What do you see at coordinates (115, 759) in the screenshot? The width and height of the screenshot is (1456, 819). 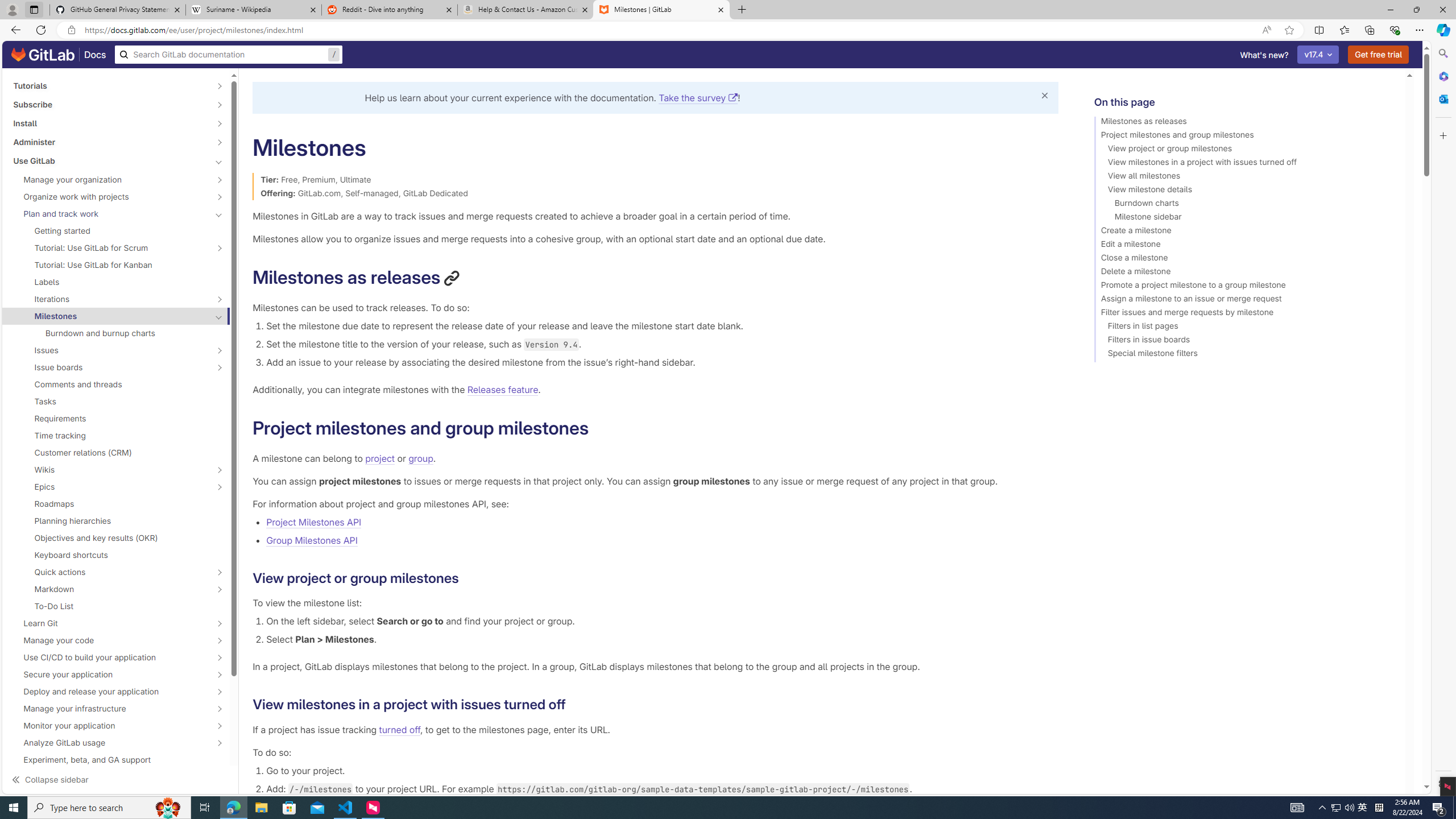 I see `'Experiment, beta, and GA support'` at bounding box center [115, 759].